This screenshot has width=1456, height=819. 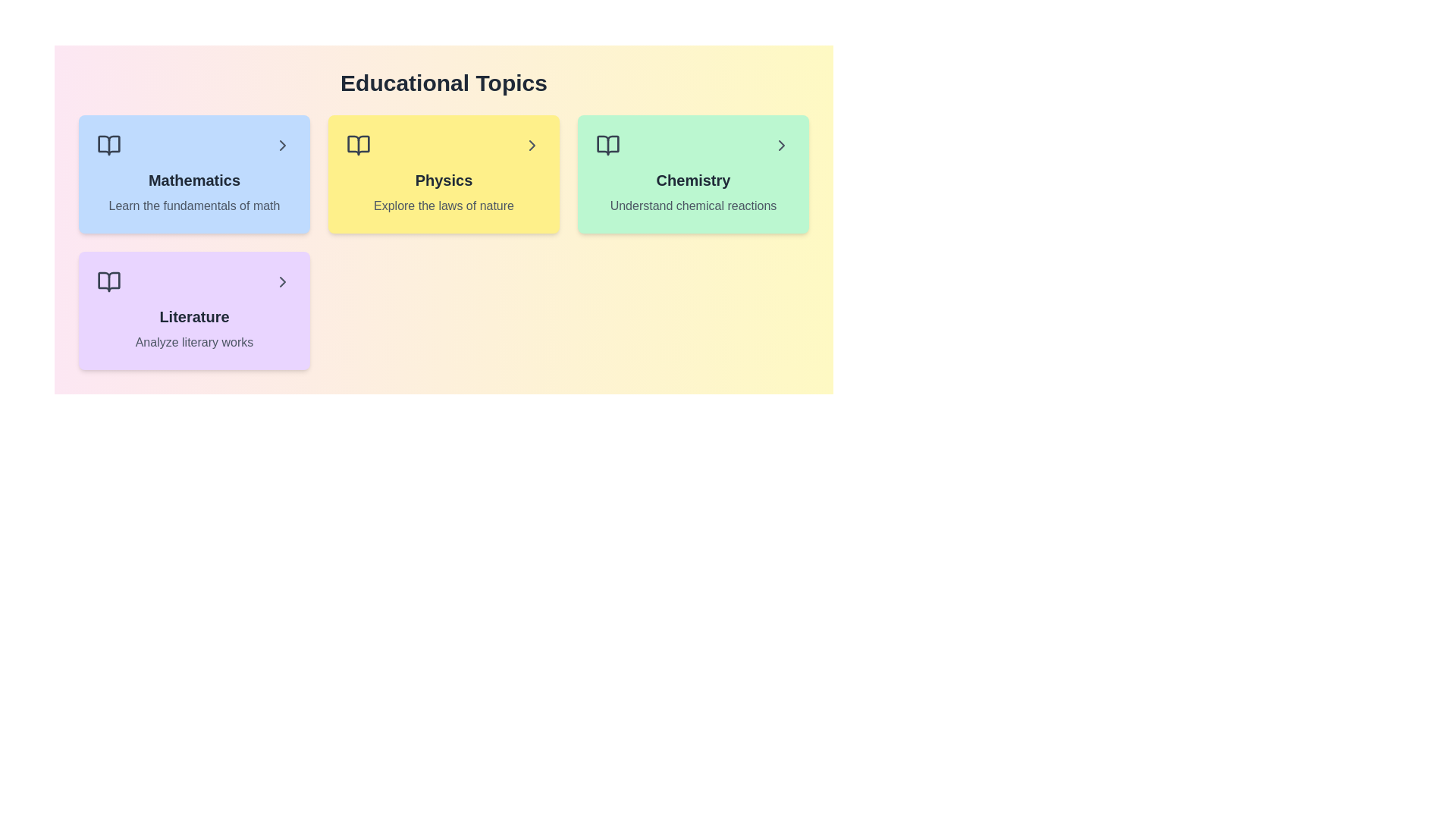 What do you see at coordinates (283, 281) in the screenshot?
I see `the arrow icon for the topic Literature` at bounding box center [283, 281].